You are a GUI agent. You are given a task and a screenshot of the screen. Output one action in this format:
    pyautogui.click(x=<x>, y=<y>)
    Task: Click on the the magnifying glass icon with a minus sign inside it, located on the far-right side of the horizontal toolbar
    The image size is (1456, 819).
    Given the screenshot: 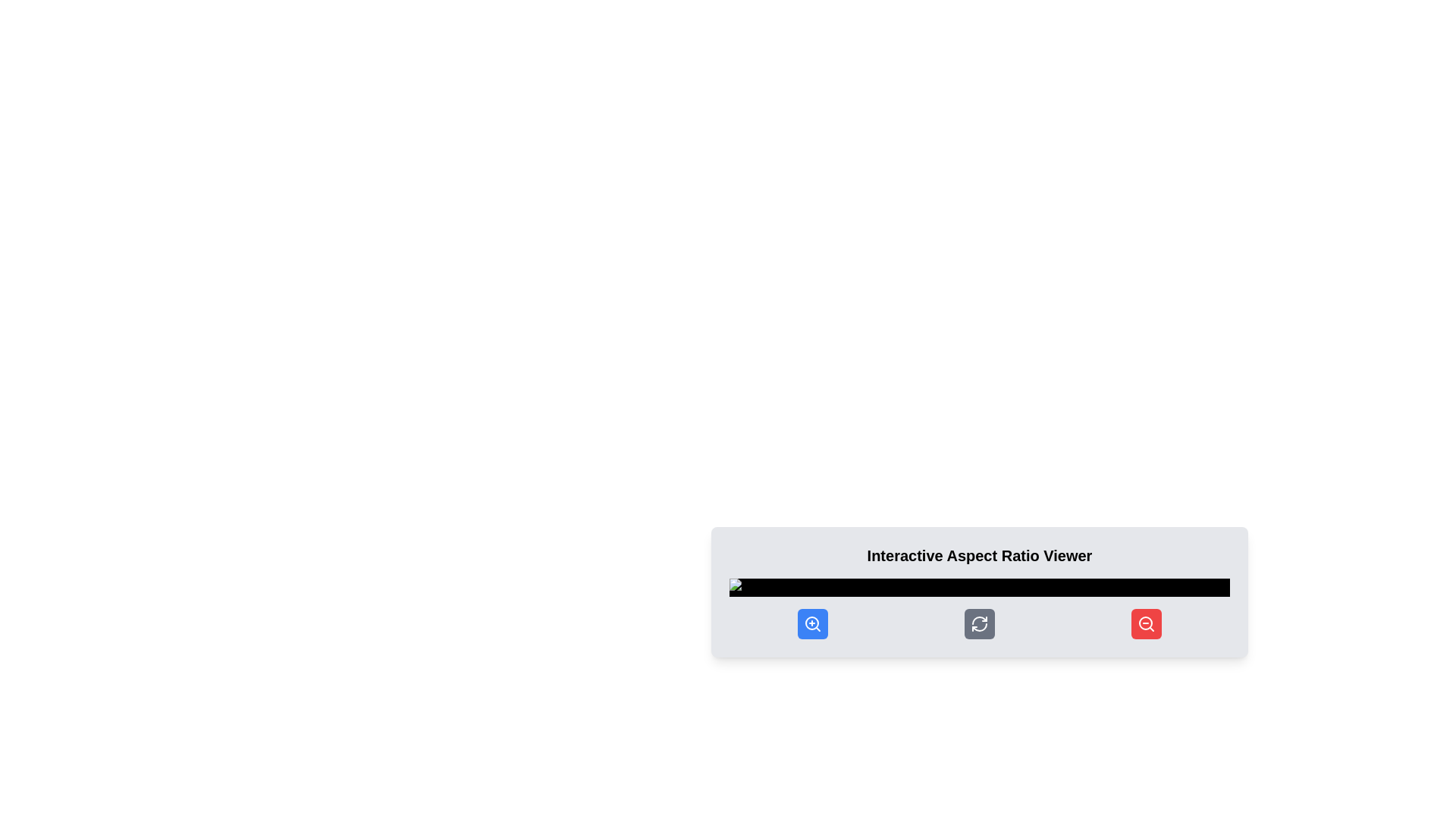 What is the action you would take?
    pyautogui.click(x=1147, y=623)
    